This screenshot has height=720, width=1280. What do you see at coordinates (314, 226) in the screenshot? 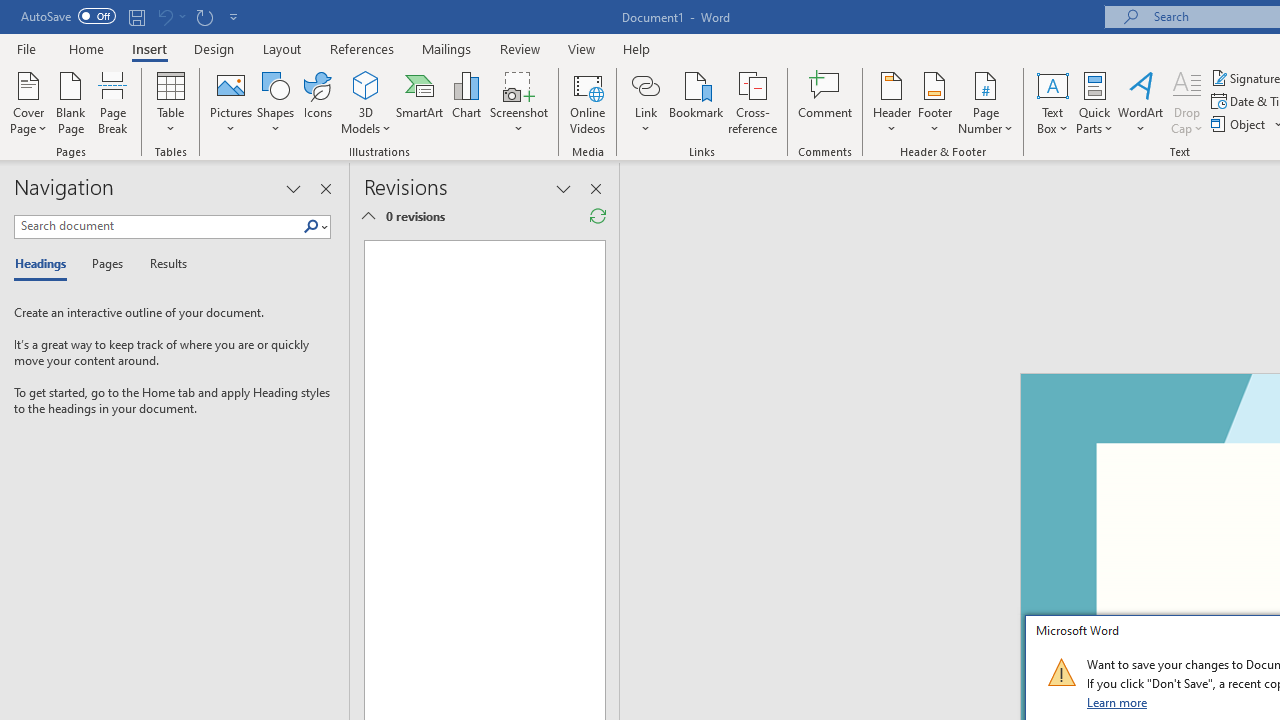
I see `'Search'` at bounding box center [314, 226].